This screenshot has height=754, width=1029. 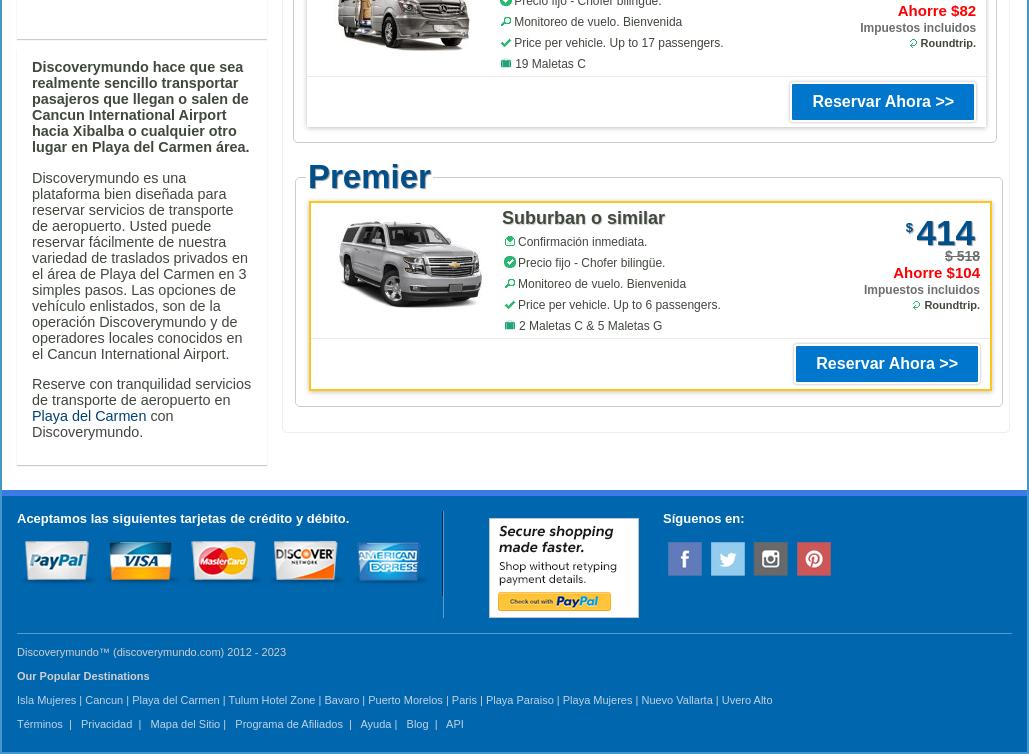 I want to click on 'Discoverymundo™ (discoverymundo.com) 2012 - 2023', so click(x=16, y=650).